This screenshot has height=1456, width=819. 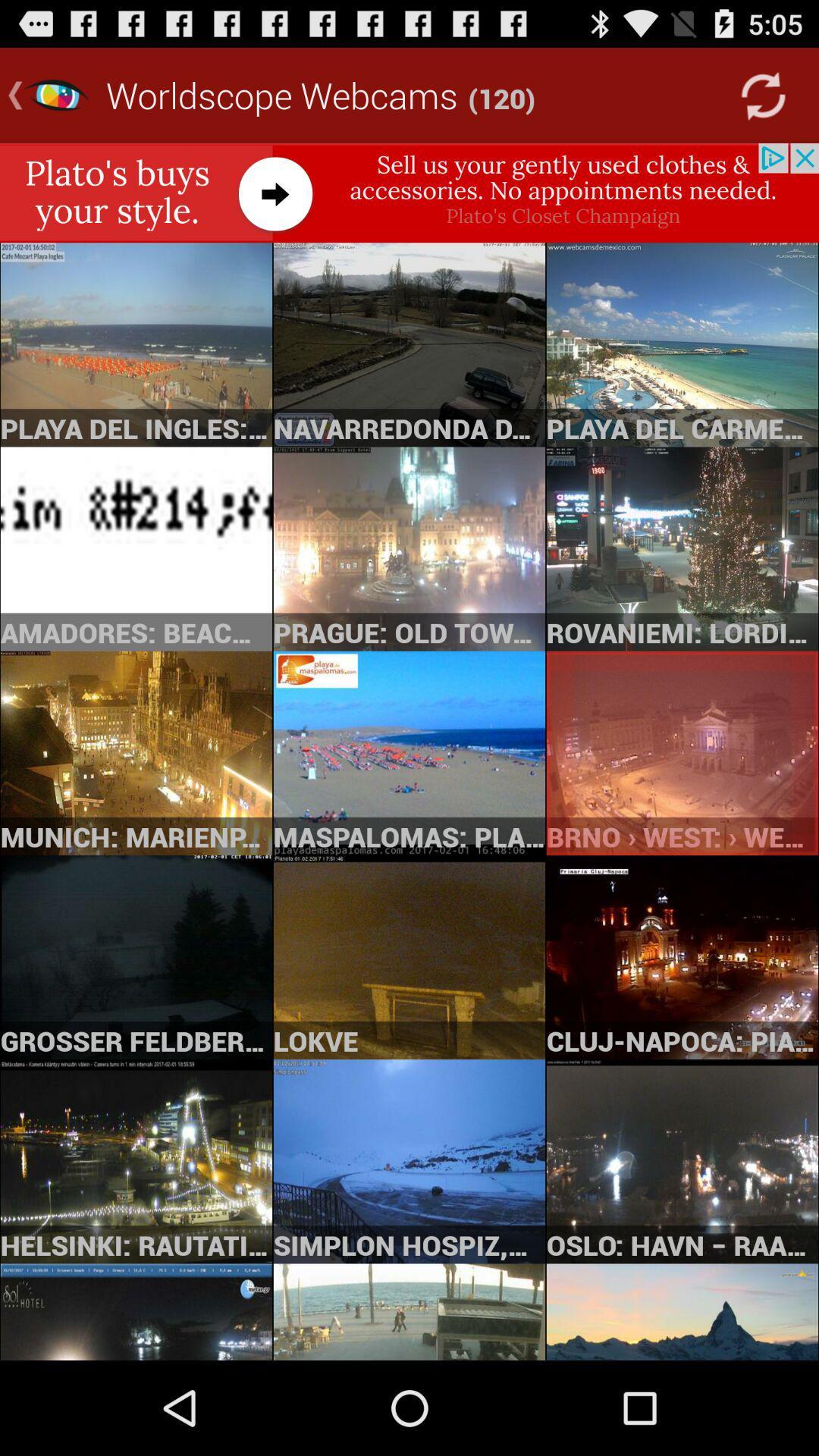 I want to click on link to advertisement, so click(x=409, y=192).